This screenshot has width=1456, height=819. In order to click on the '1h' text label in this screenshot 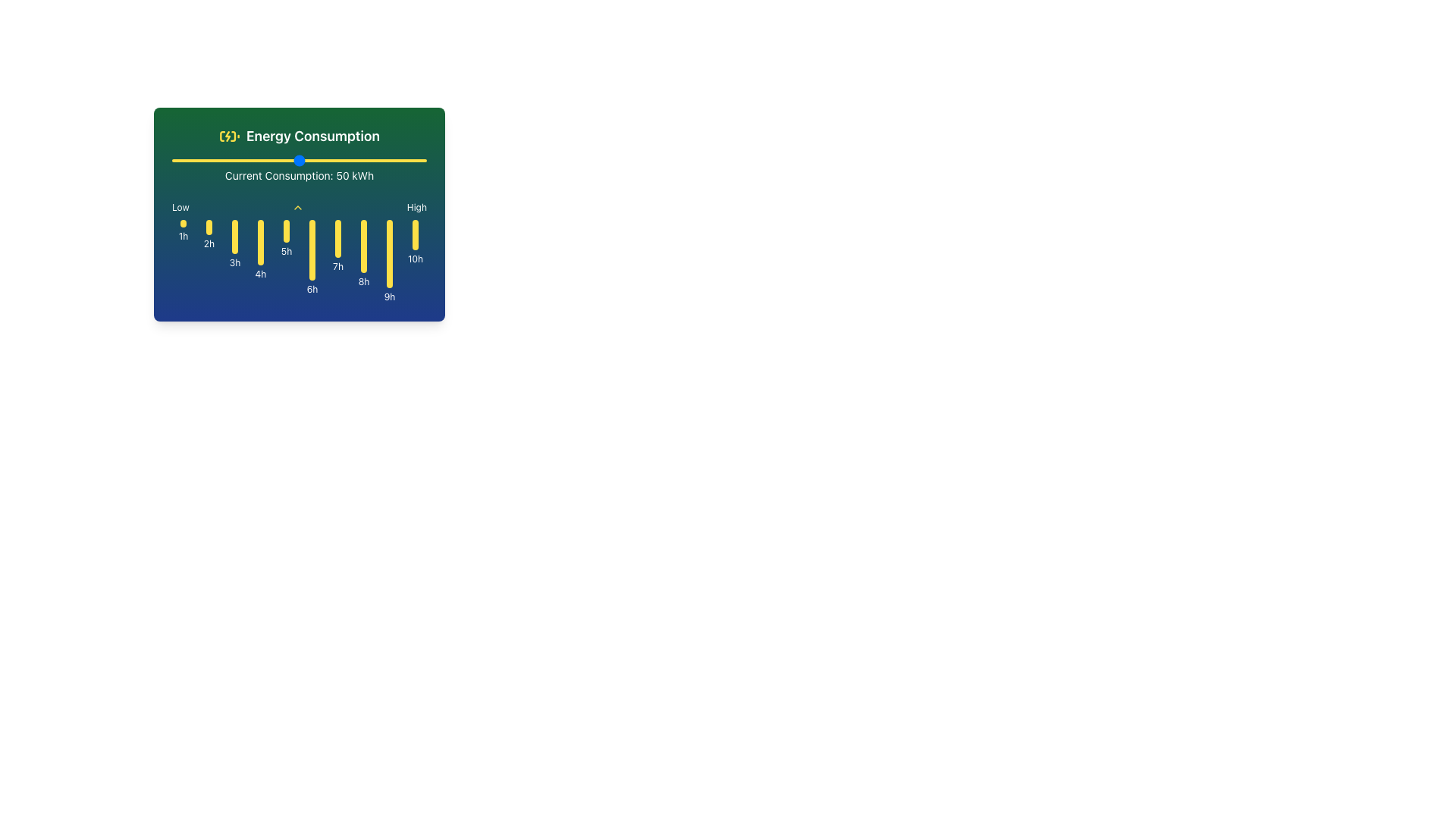, I will do `click(182, 237)`.